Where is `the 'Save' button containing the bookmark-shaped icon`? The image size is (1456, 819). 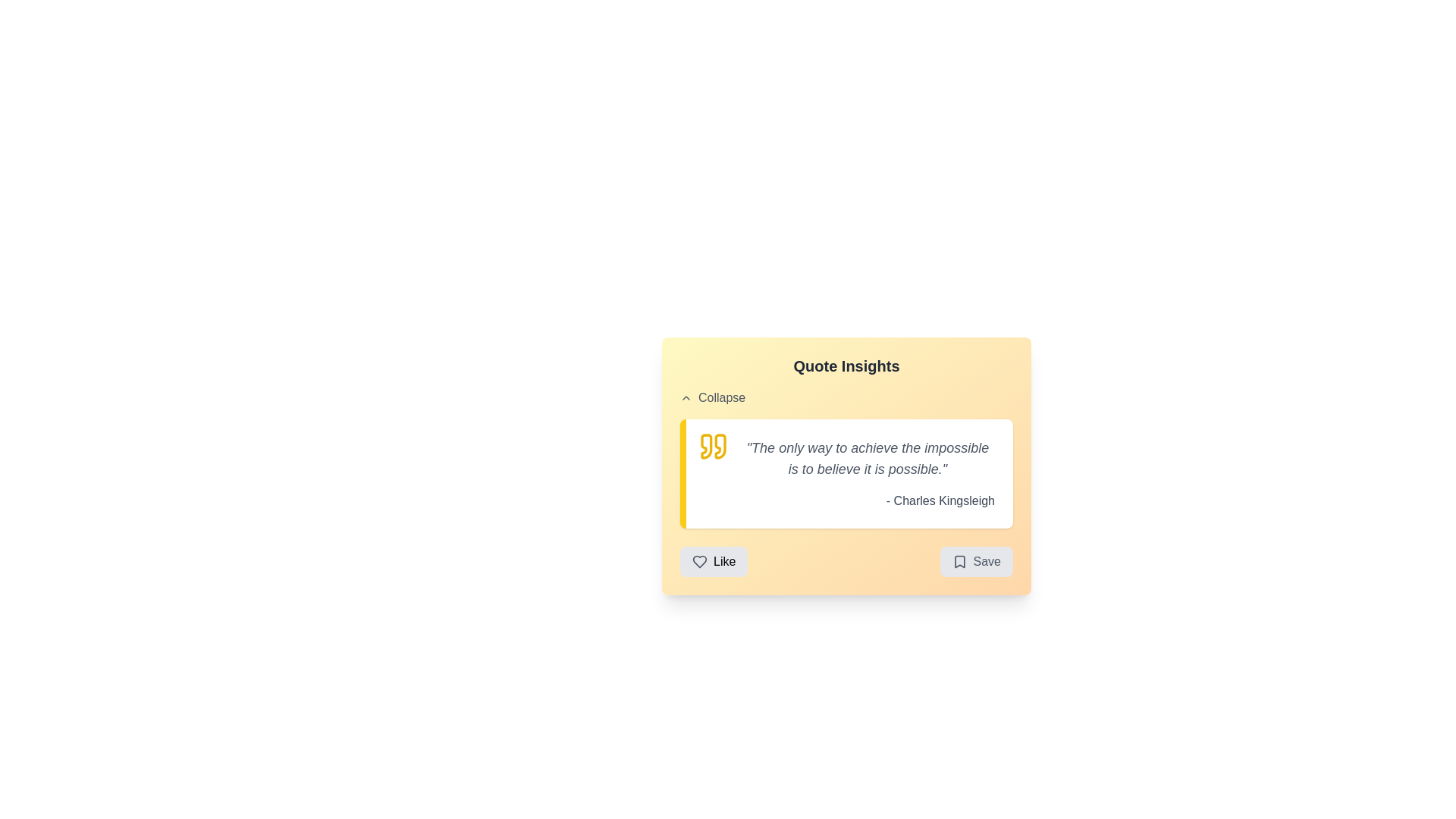
the 'Save' button containing the bookmark-shaped icon is located at coordinates (959, 561).